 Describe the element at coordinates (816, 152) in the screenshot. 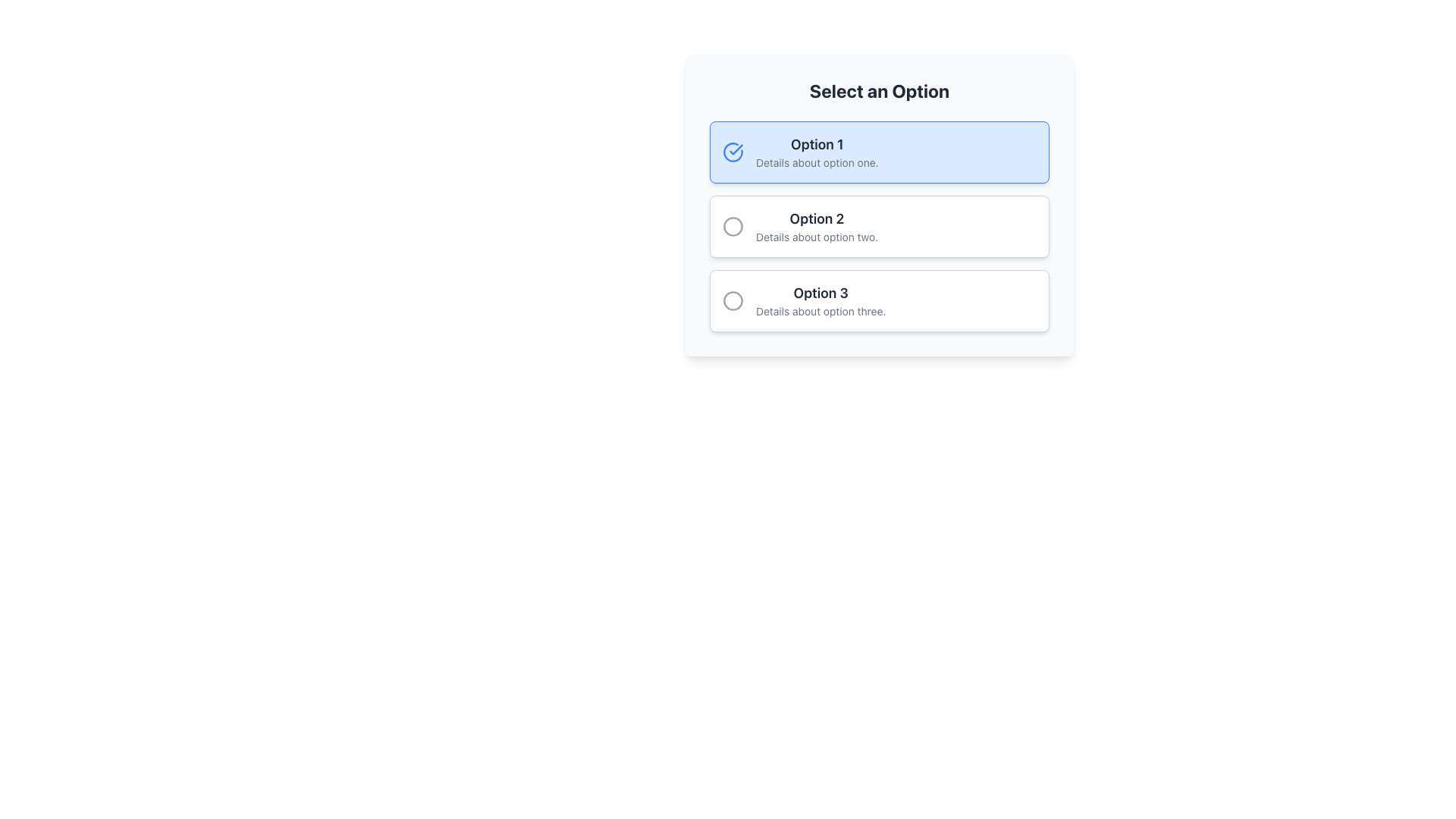

I see `the first item in the vertically aligned list of selectable options, which has a blue border and light blue background` at that location.